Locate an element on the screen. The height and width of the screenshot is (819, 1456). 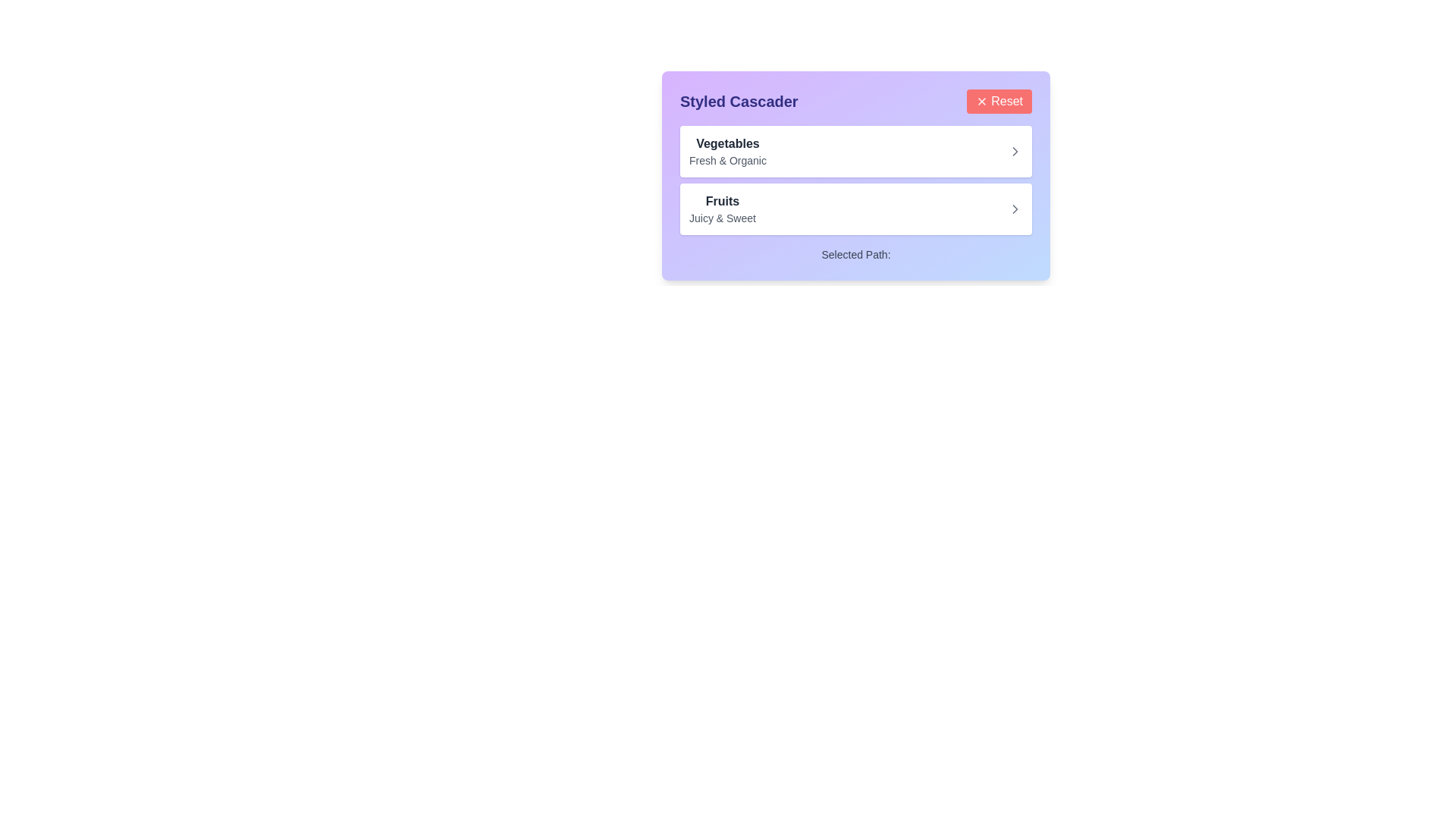
the text label indicating 'Fruits' with the phrase 'Juicy & Sweet', located centrally in the second row of a cascading selection component, positioned below the 'Vegetables' label is located at coordinates (721, 209).